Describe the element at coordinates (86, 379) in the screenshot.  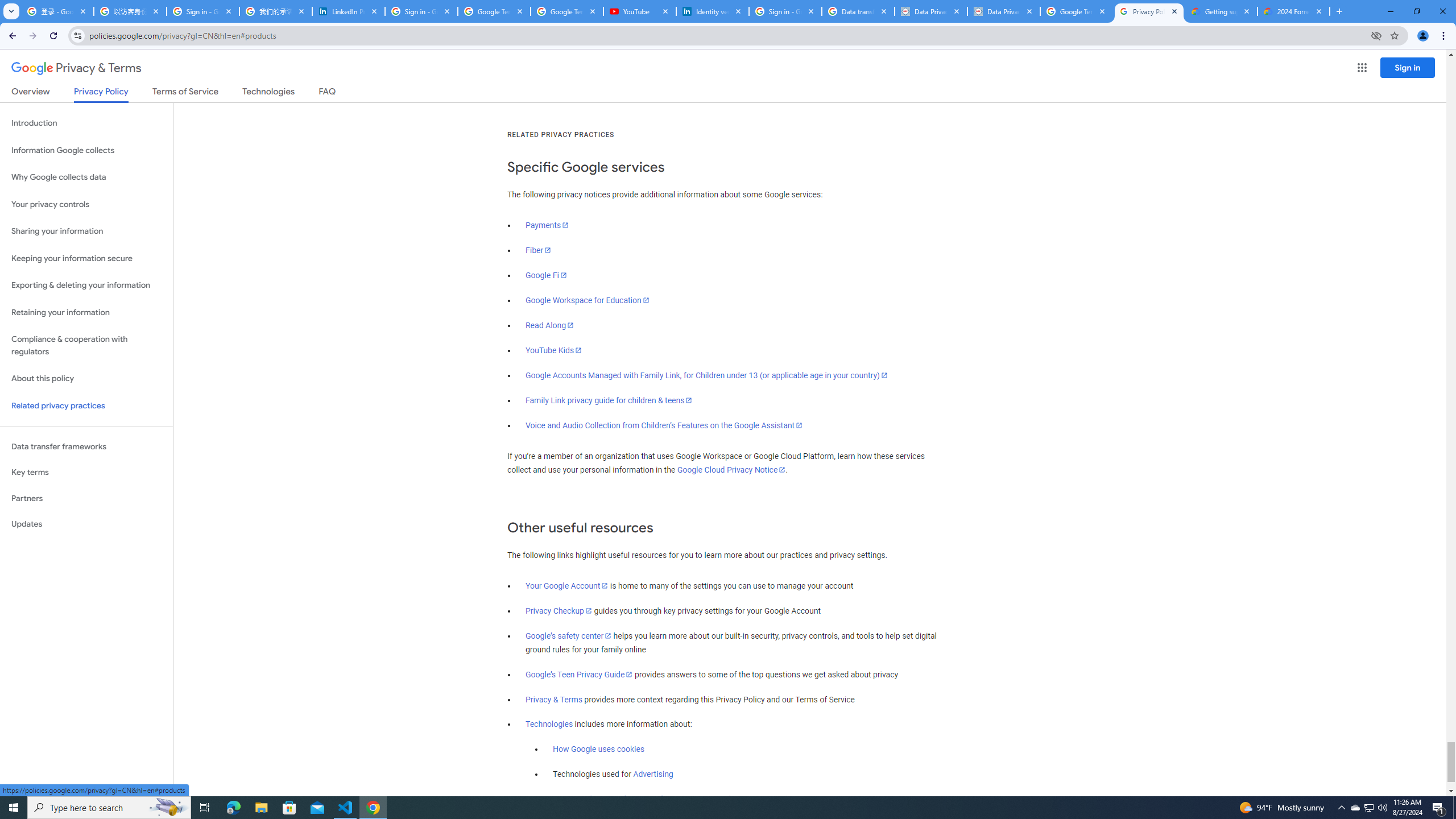
I see `'About this policy'` at that location.